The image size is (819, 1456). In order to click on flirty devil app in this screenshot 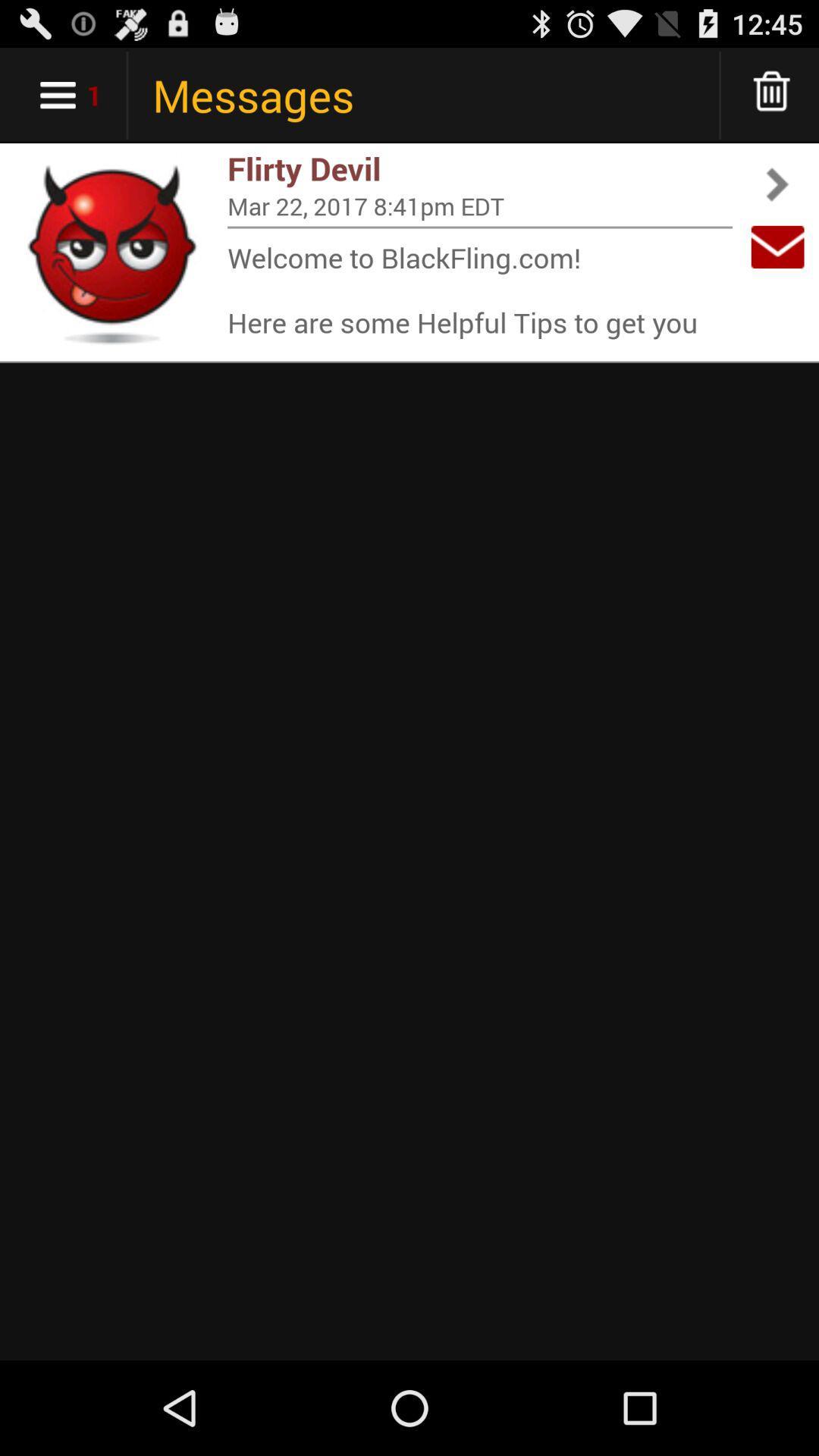, I will do `click(479, 168)`.